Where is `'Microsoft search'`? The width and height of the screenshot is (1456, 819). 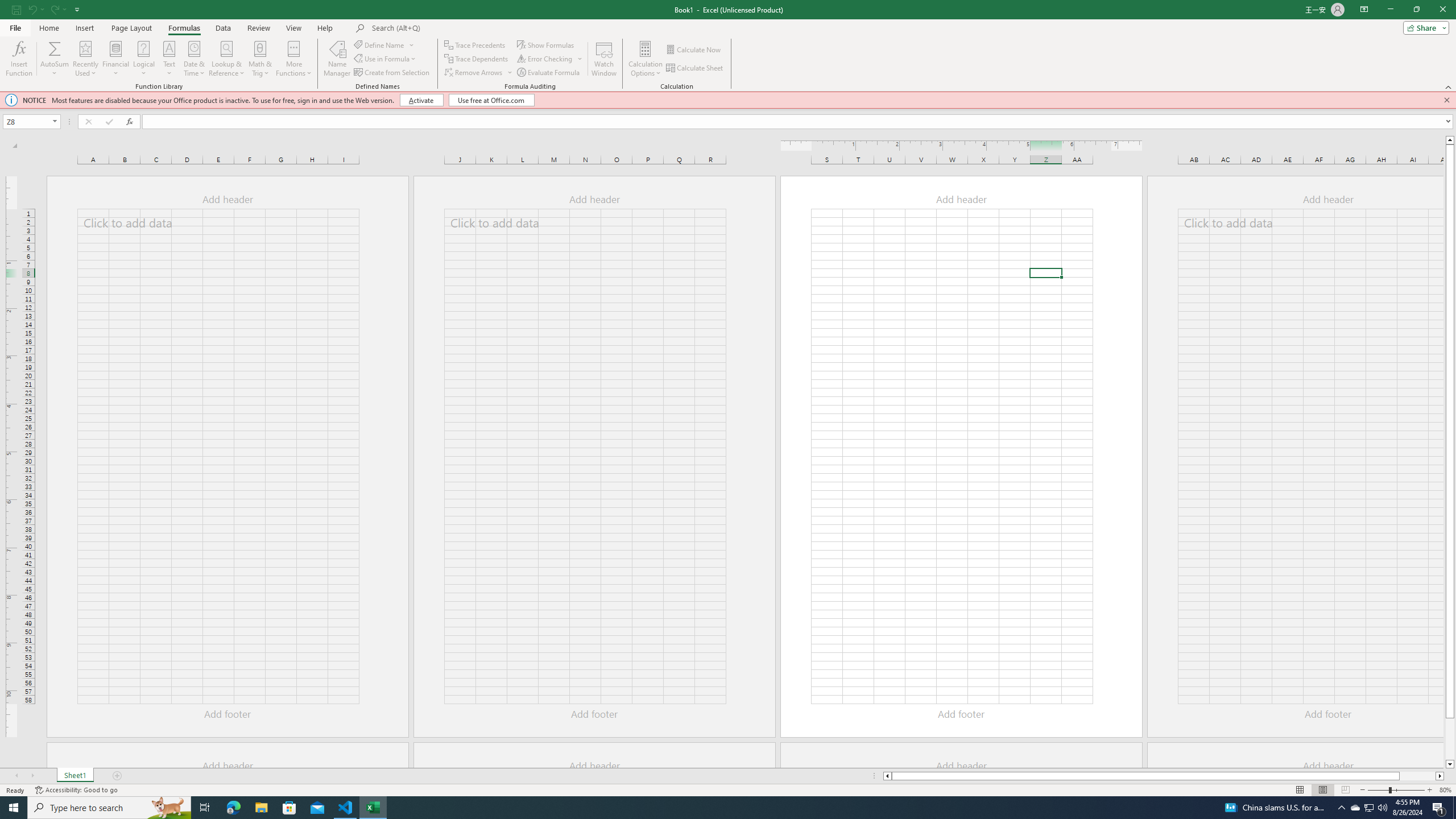
'Microsoft search' is located at coordinates (450, 28).